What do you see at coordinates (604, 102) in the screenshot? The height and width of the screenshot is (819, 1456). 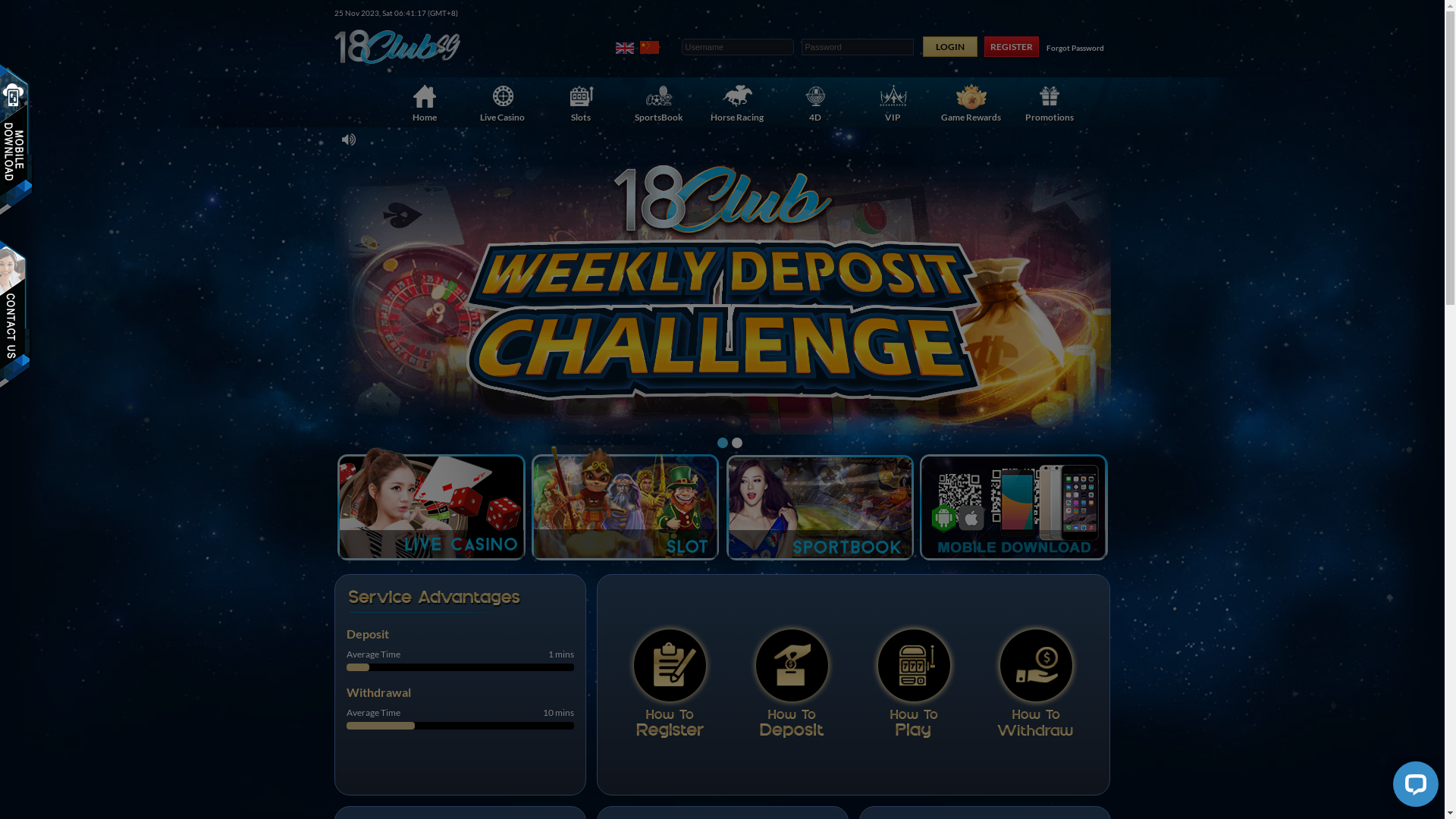 I see `'SportsBook'` at bounding box center [604, 102].